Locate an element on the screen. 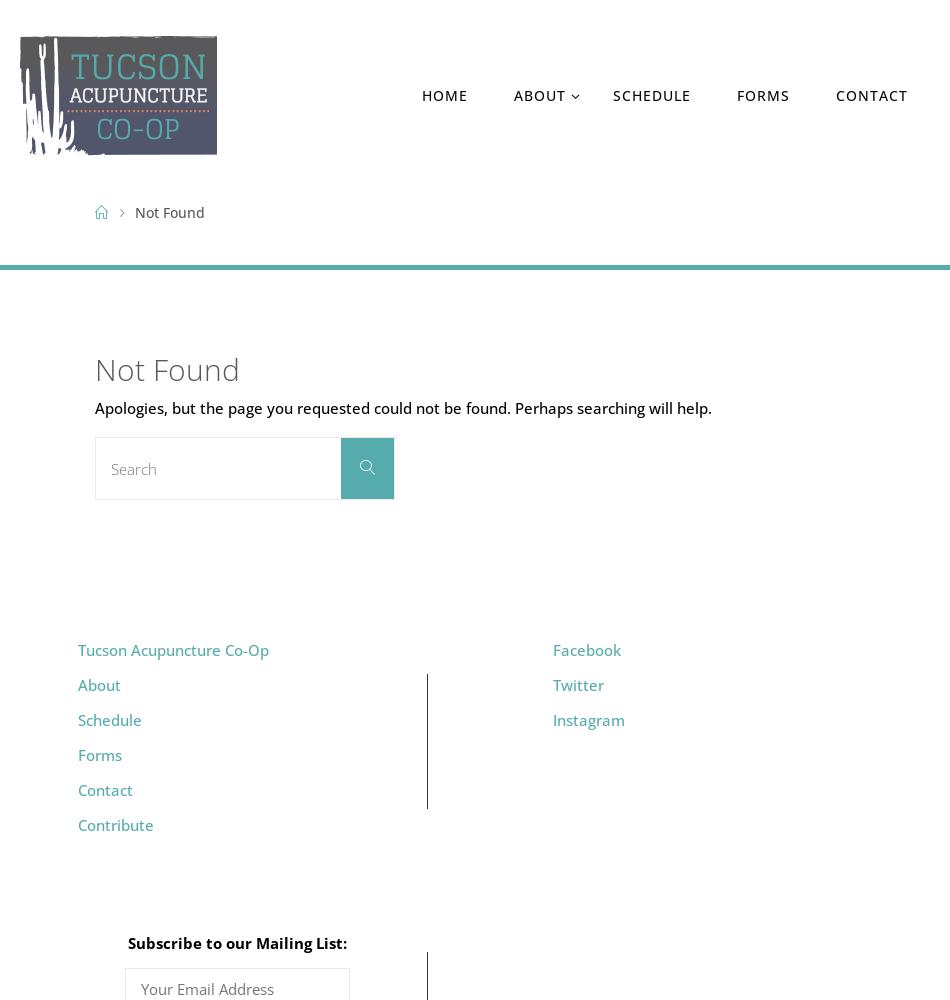 This screenshot has height=1000, width=950. 'Forms' is located at coordinates (98, 754).